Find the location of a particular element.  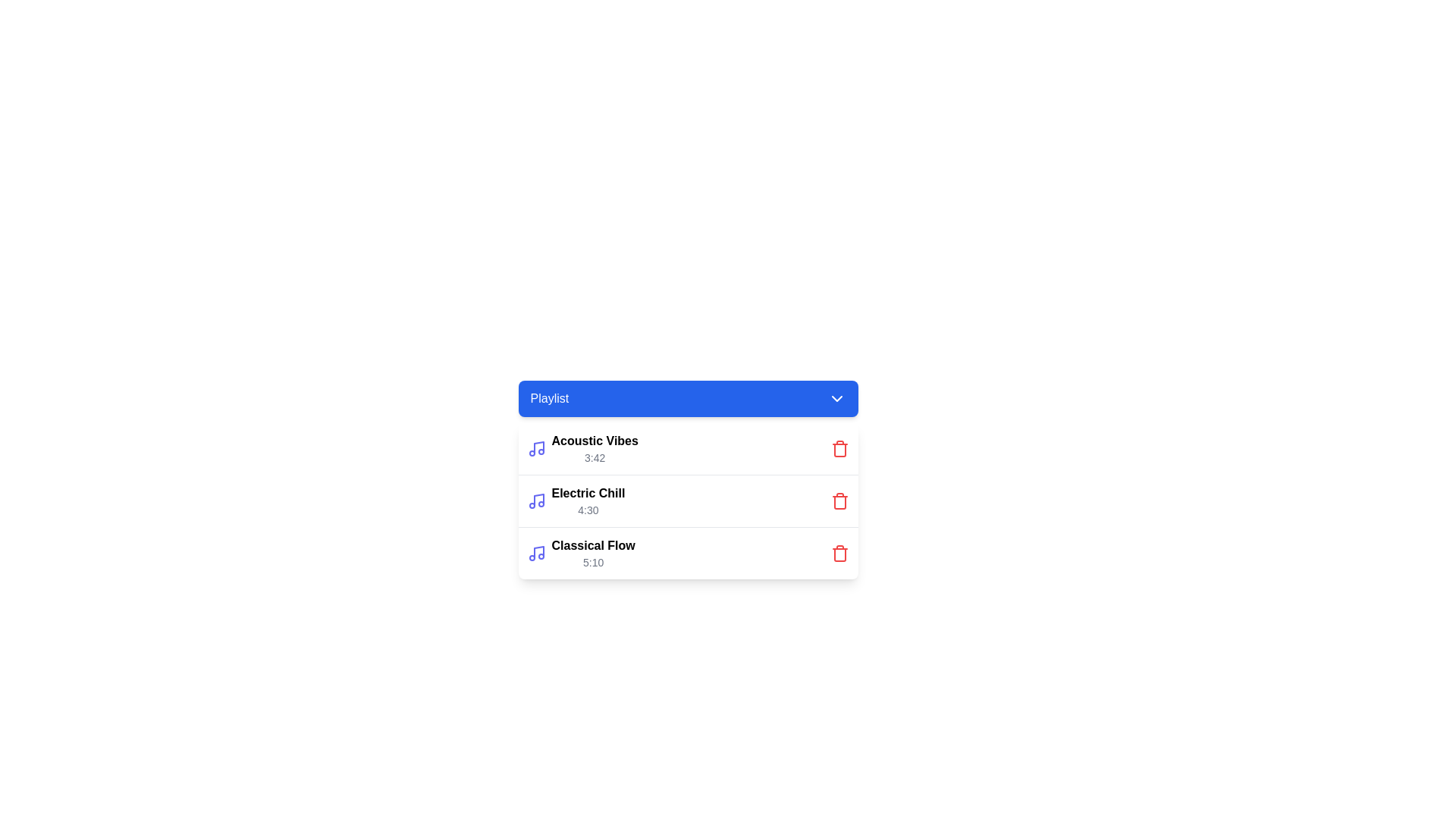

the text label reading 'Classical Flow' for copying, which is part of a playlist interface and positioned above the time duration text '5:10' is located at coordinates (592, 546).